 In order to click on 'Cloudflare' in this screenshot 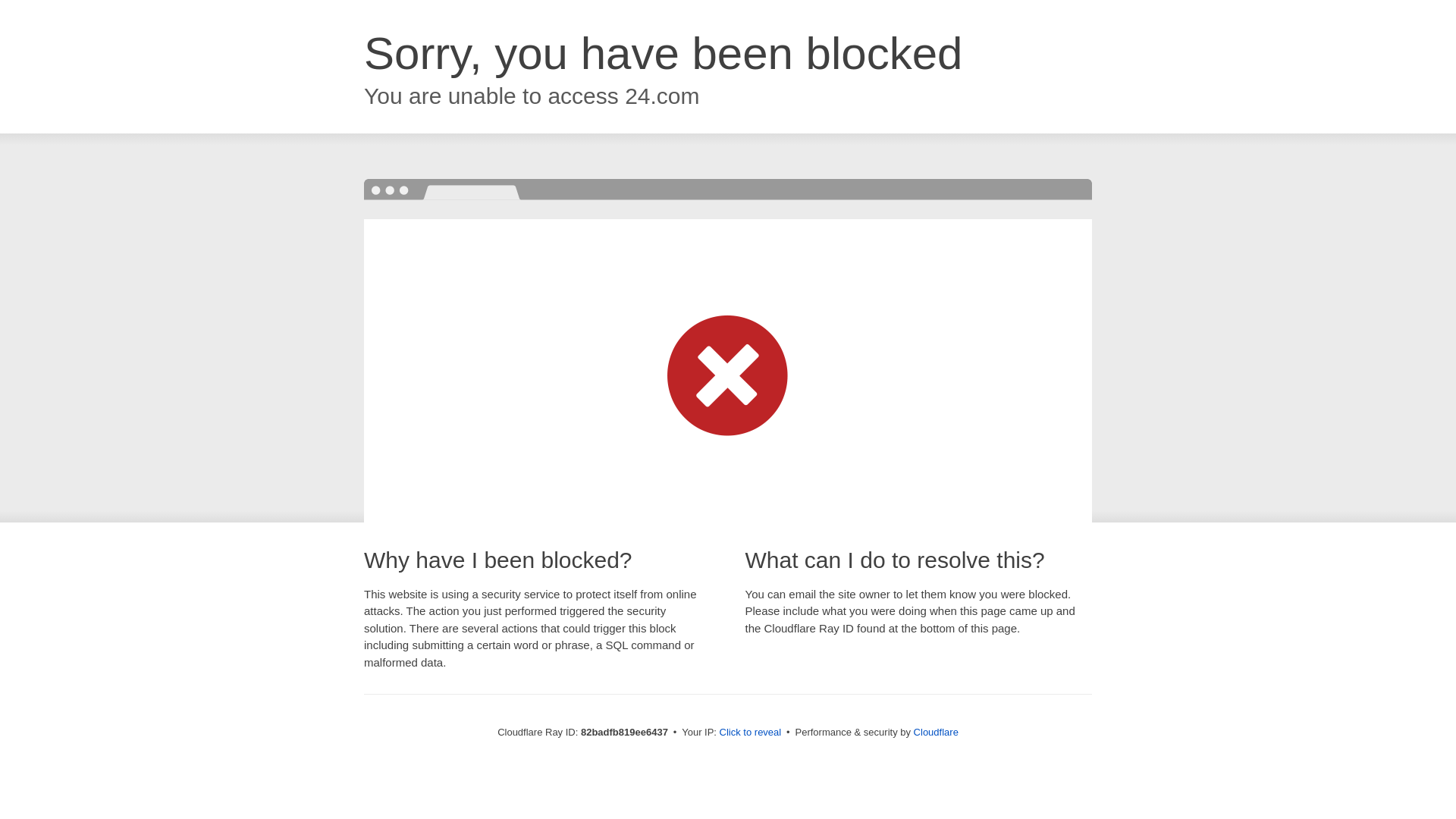, I will do `click(935, 731)`.